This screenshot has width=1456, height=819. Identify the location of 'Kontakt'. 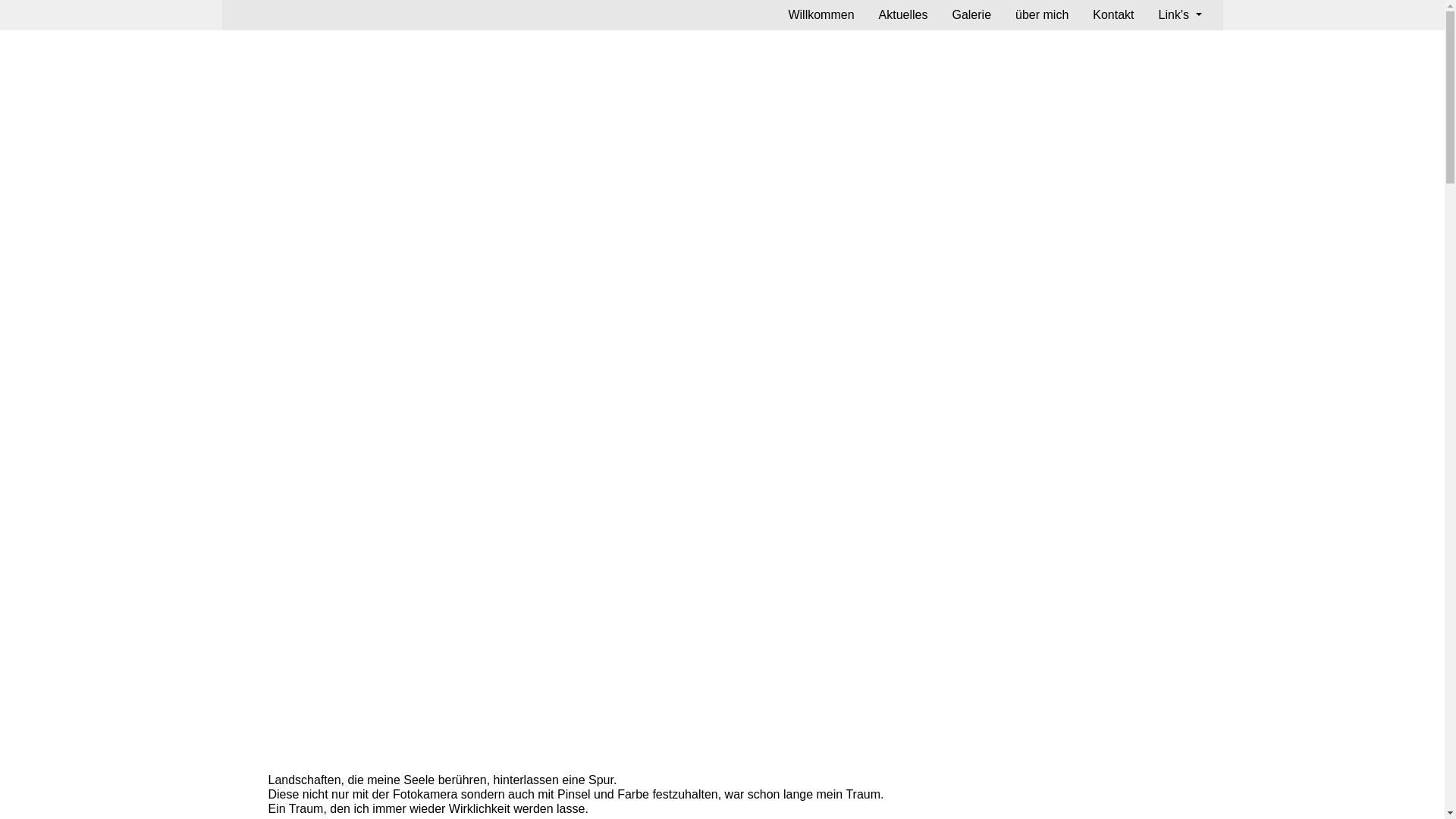
(1113, 14).